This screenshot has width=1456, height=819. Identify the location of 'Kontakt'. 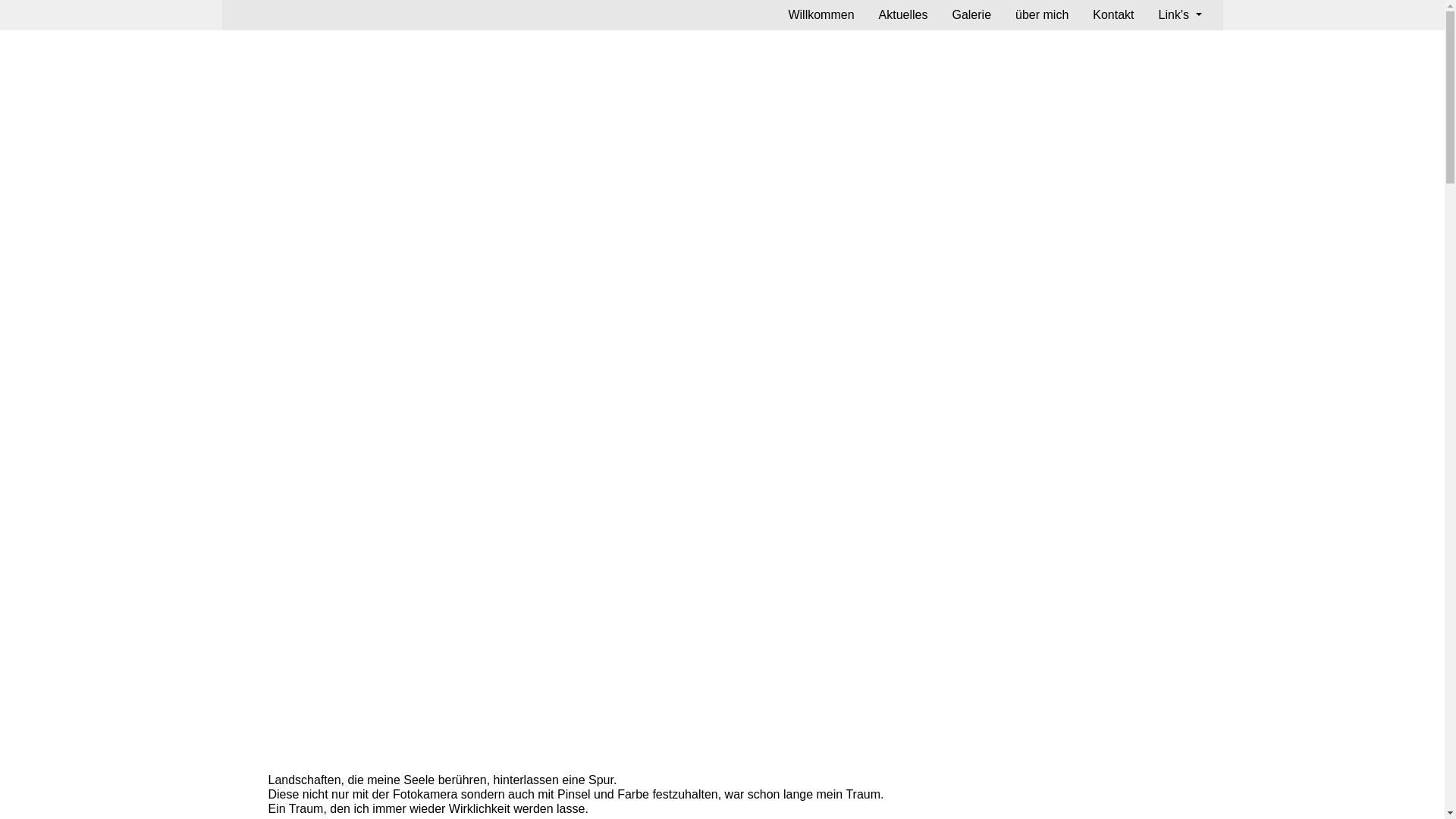
(1113, 14).